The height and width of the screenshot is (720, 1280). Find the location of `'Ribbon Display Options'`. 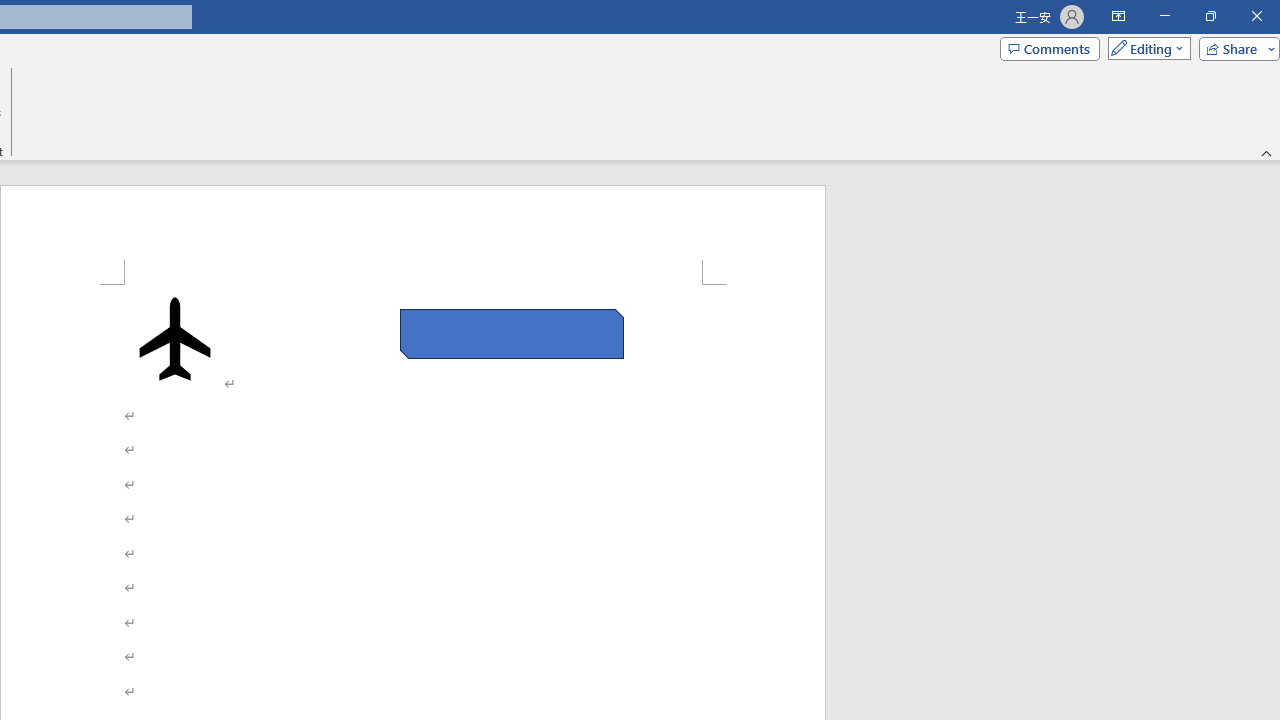

'Ribbon Display Options' is located at coordinates (1117, 16).